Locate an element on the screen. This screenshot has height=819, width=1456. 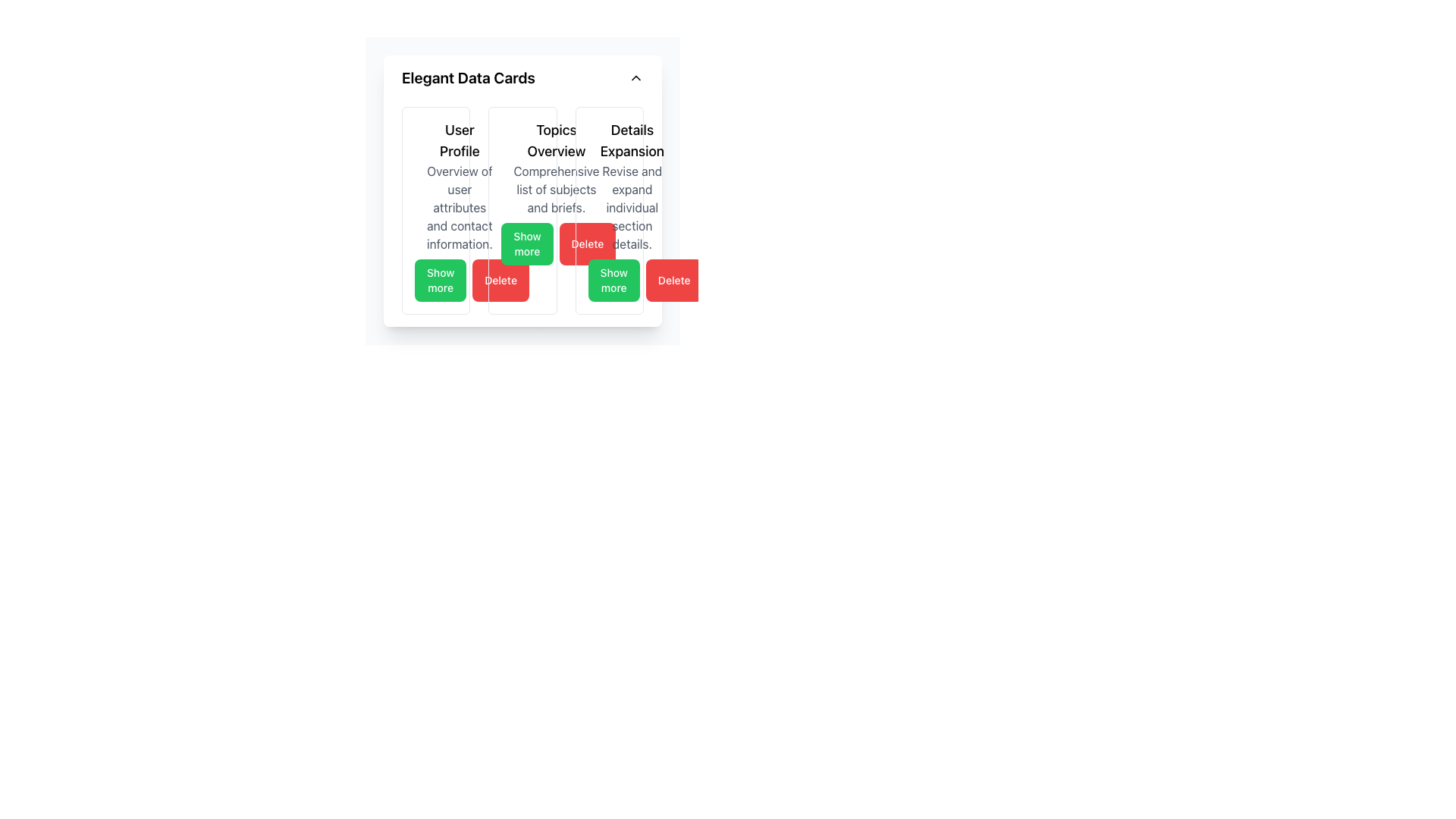
the 'User Profile' text label which is styled in bold and larger font size at the top of the first card layout is located at coordinates (459, 140).